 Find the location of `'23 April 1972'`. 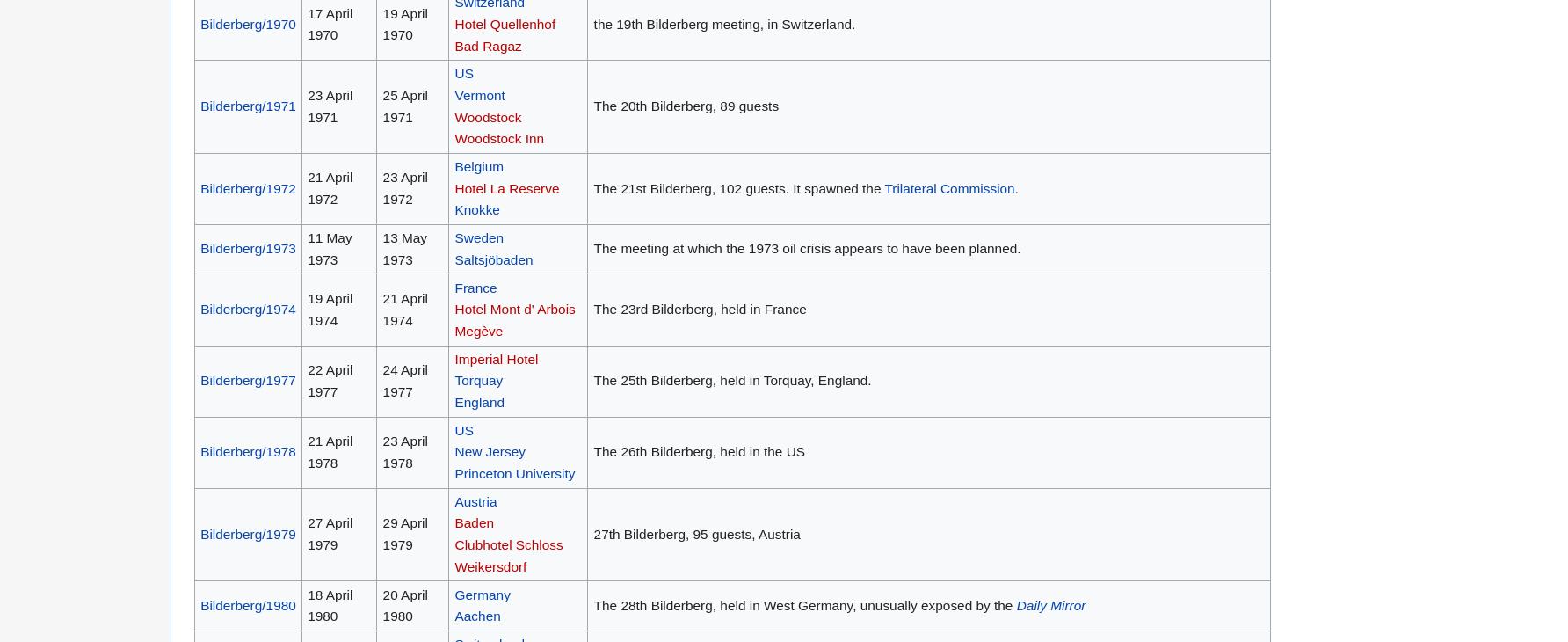

'23 April 1972' is located at coordinates (404, 188).